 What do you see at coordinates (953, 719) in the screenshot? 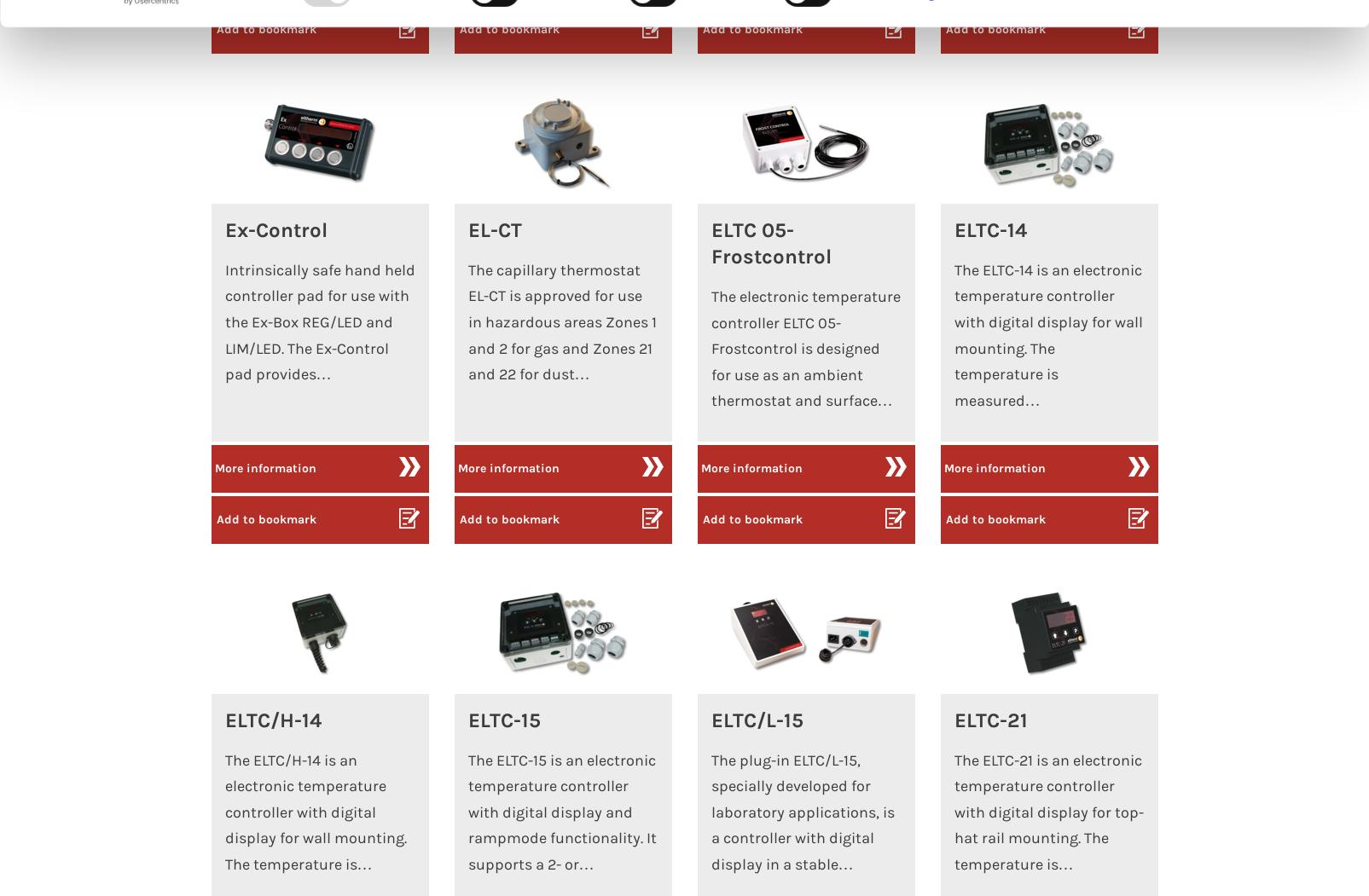
I see `'ELTC-21'` at bounding box center [953, 719].